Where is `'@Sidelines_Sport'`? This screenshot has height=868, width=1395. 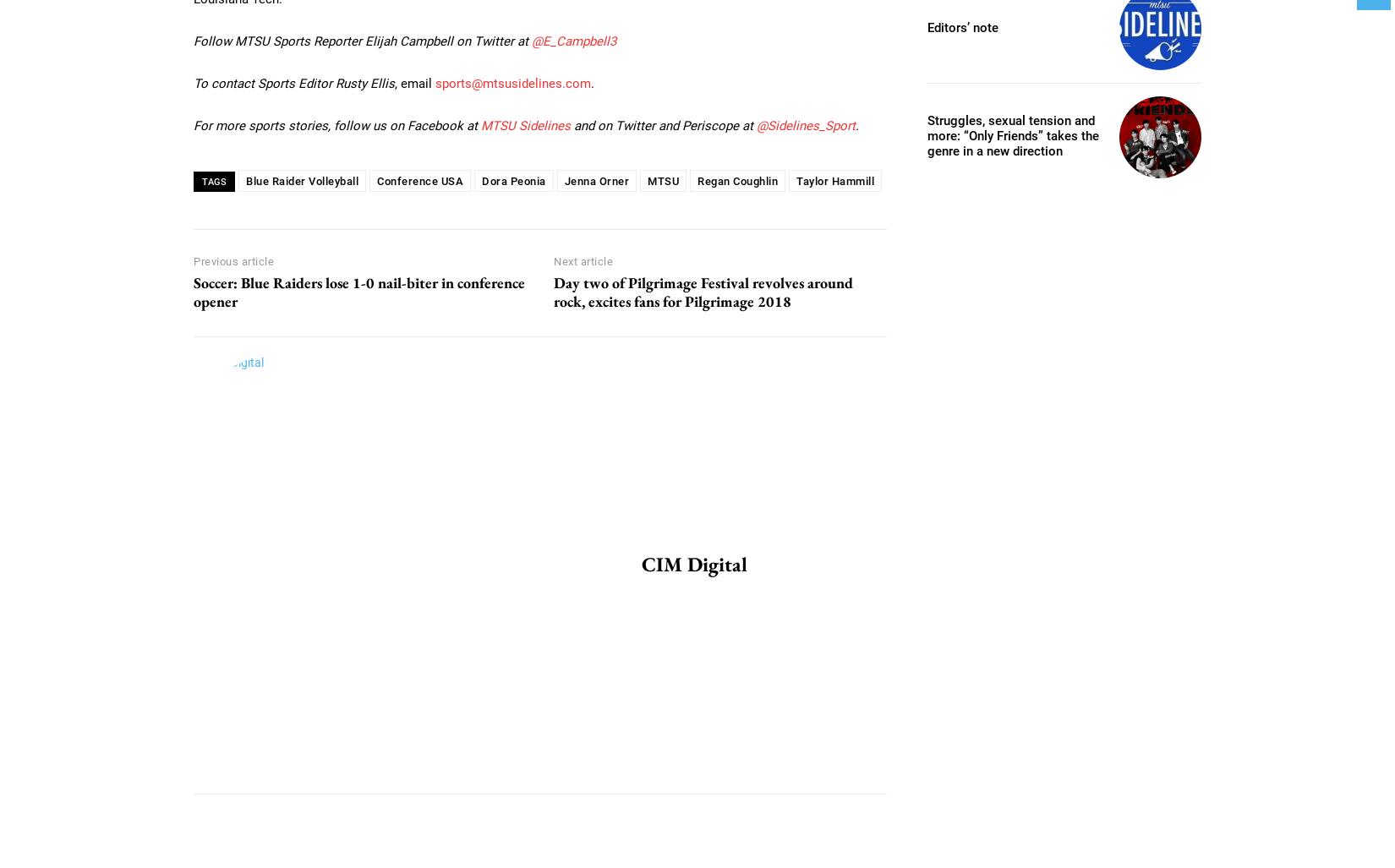 '@Sidelines_Sport' is located at coordinates (756, 124).